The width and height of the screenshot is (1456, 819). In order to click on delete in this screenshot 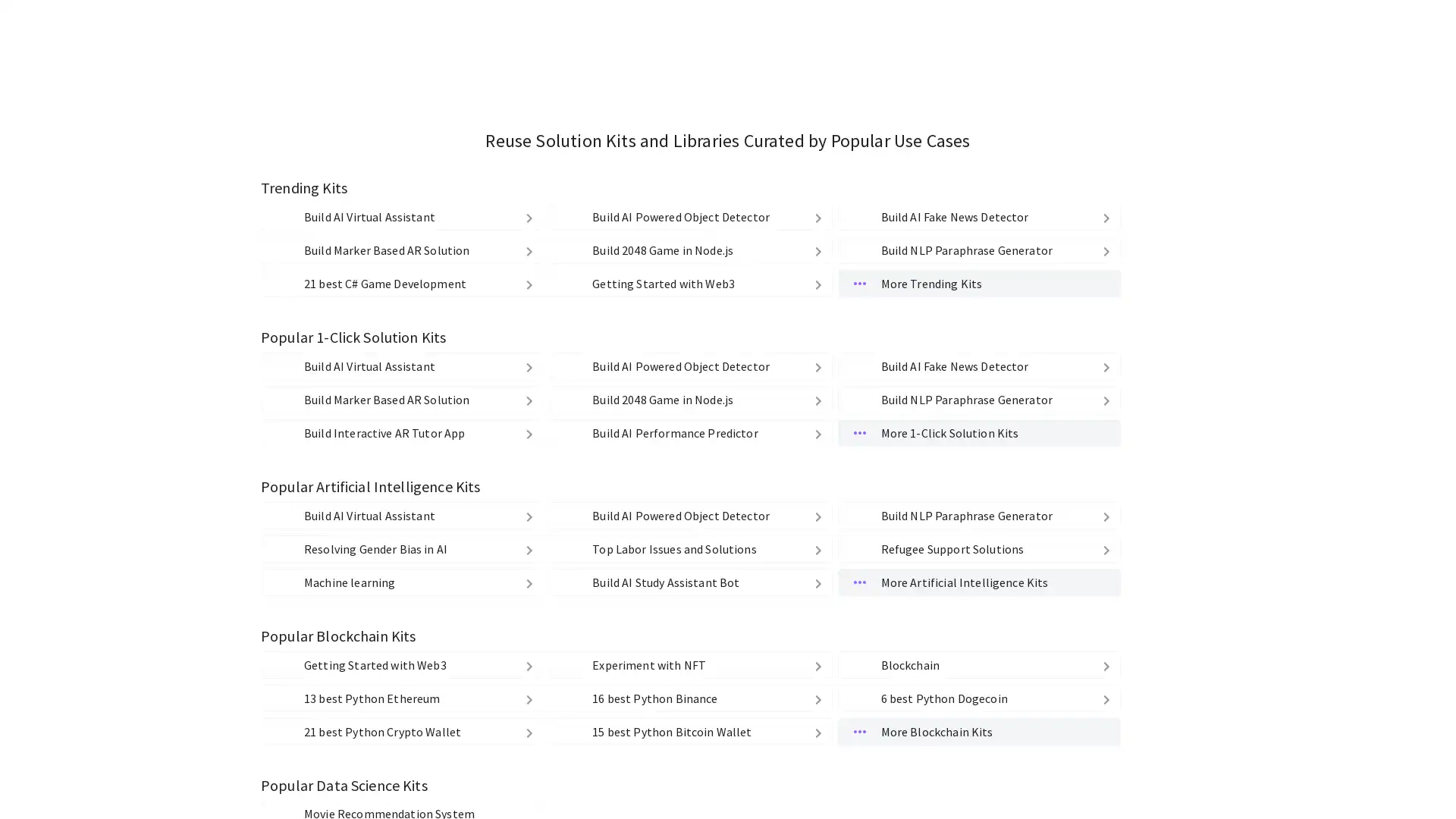, I will do `click(1084, 781)`.